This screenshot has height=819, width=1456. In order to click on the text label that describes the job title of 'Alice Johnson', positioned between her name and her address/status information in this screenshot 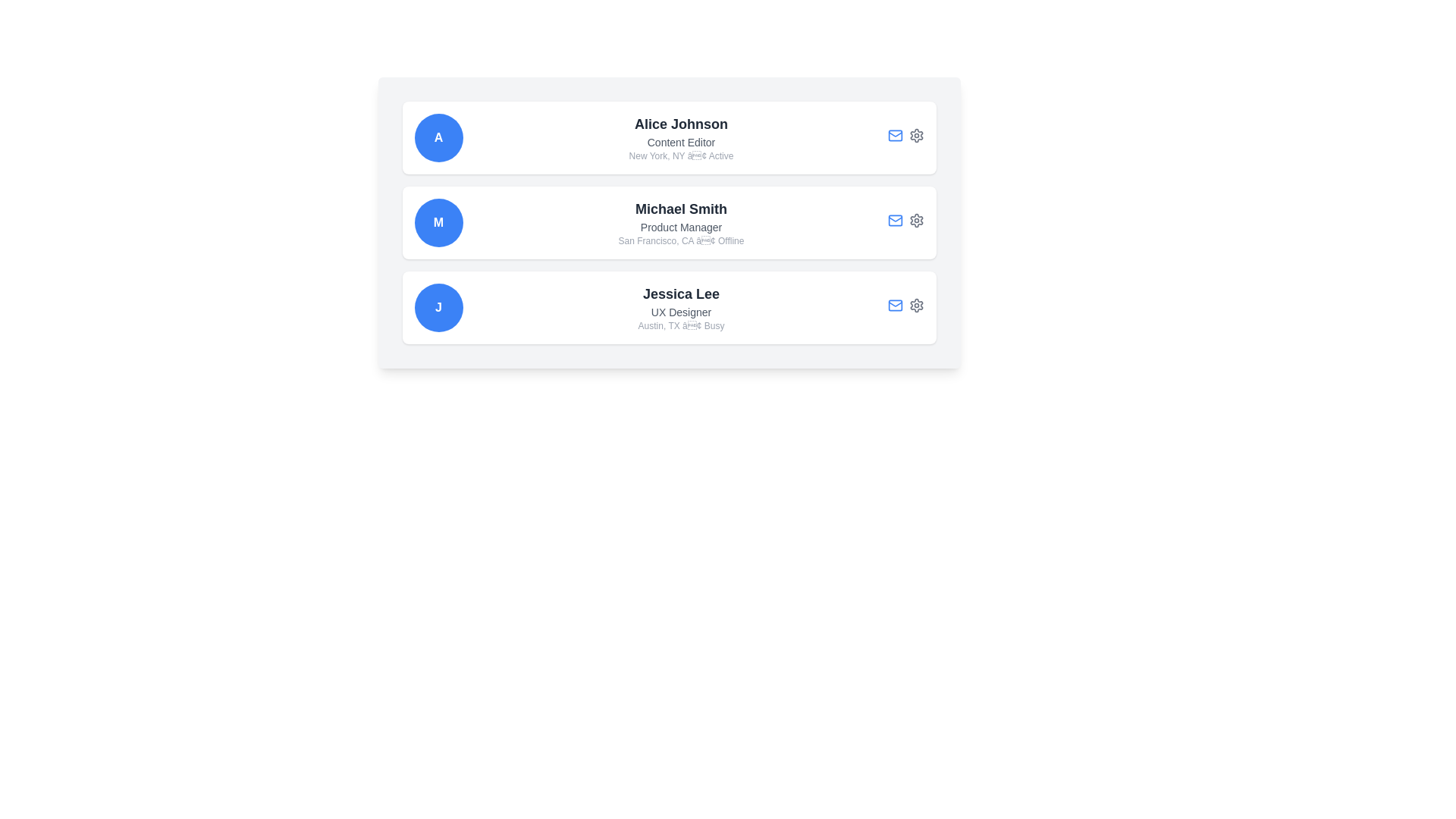, I will do `click(680, 143)`.